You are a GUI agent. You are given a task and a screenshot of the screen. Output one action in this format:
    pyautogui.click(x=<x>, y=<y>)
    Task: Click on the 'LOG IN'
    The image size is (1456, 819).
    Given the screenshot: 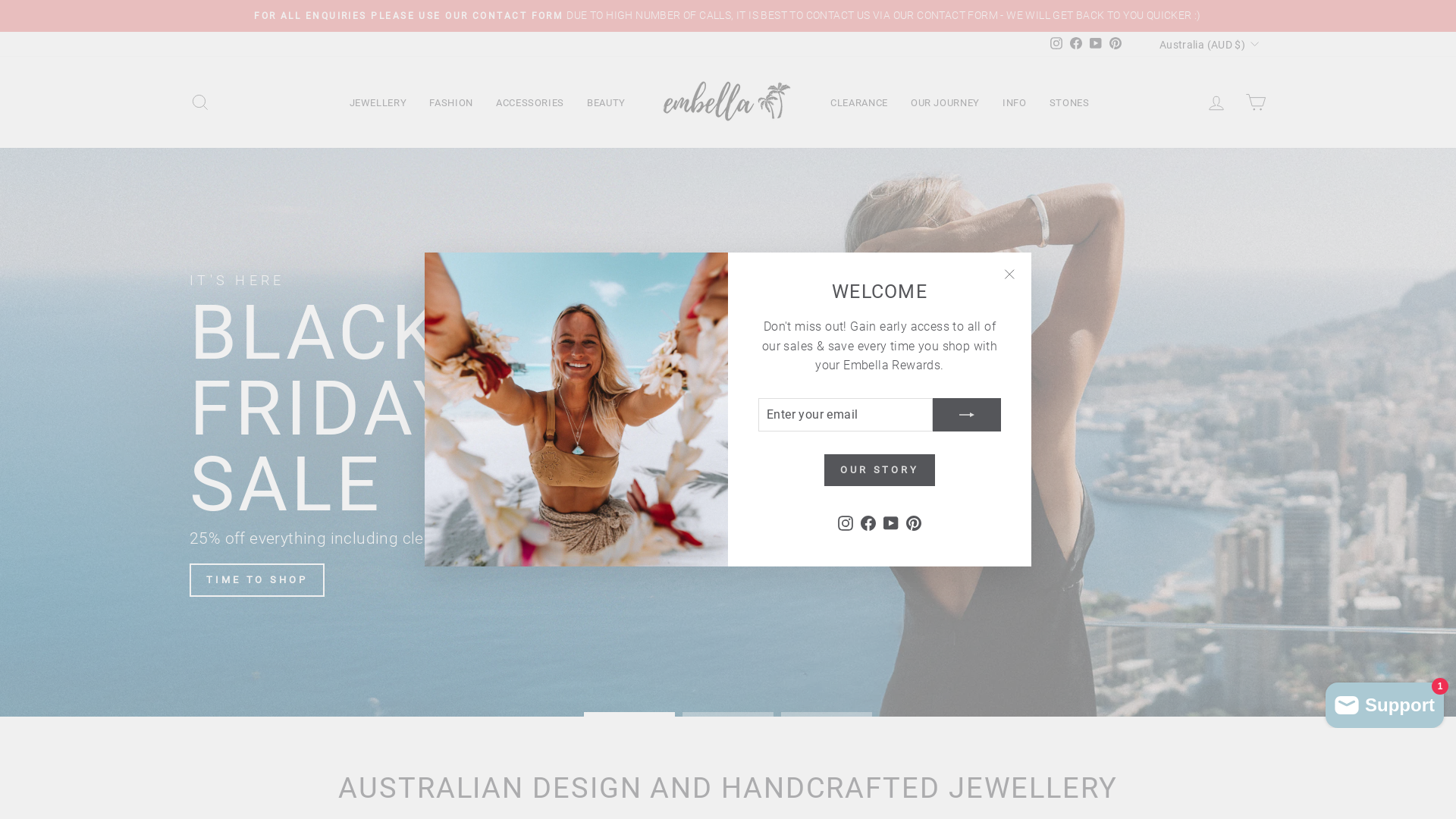 What is the action you would take?
    pyautogui.click(x=1216, y=102)
    